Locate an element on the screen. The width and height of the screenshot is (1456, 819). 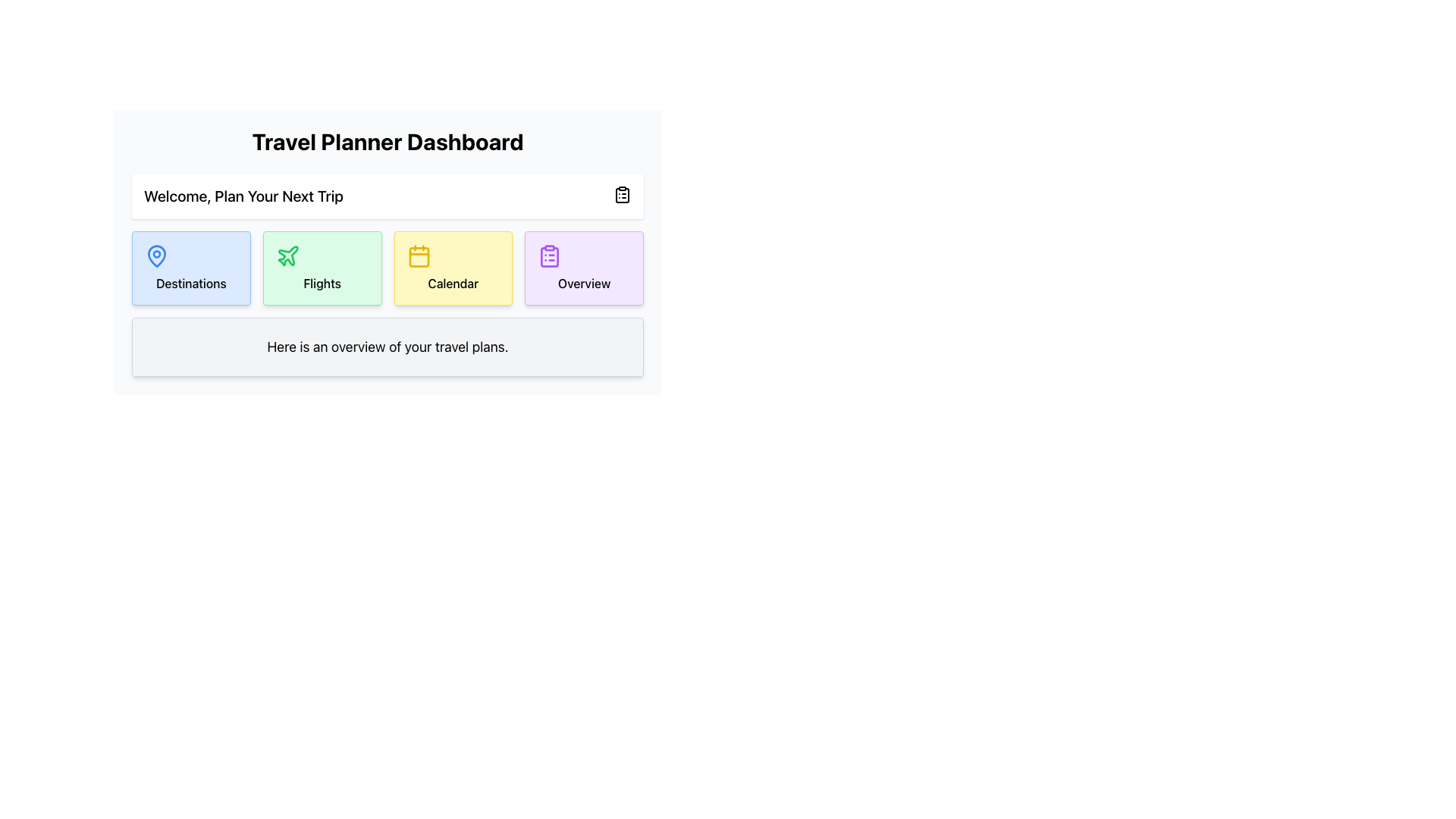
the 'Destinations' text label within the button-like card located in the top-left position of the grid layout is located at coordinates (190, 284).